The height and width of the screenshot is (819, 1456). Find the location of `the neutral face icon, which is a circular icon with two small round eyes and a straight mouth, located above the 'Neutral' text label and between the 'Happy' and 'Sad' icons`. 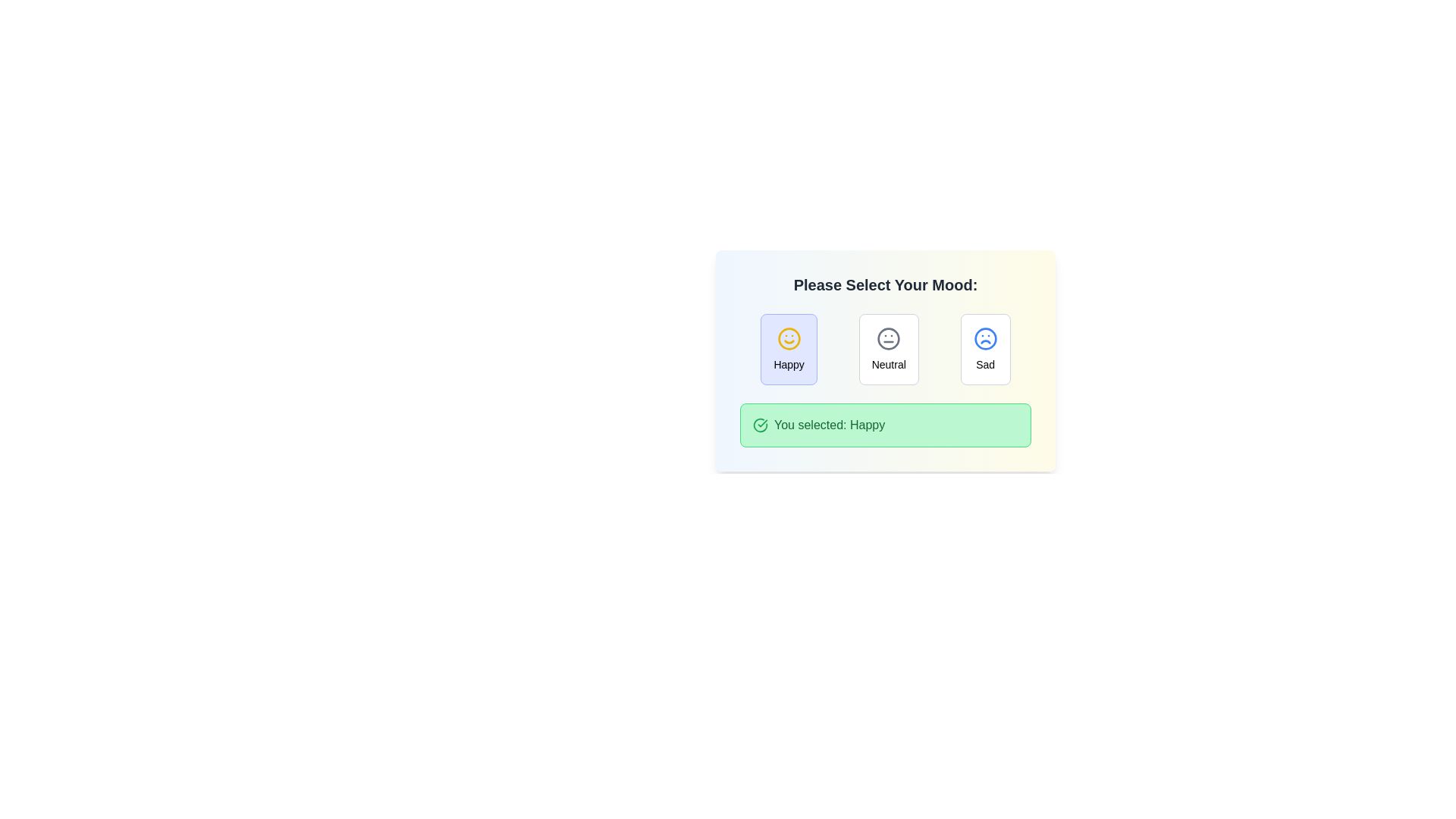

the neutral face icon, which is a circular icon with two small round eyes and a straight mouth, located above the 'Neutral' text label and between the 'Happy' and 'Sad' icons is located at coordinates (889, 338).